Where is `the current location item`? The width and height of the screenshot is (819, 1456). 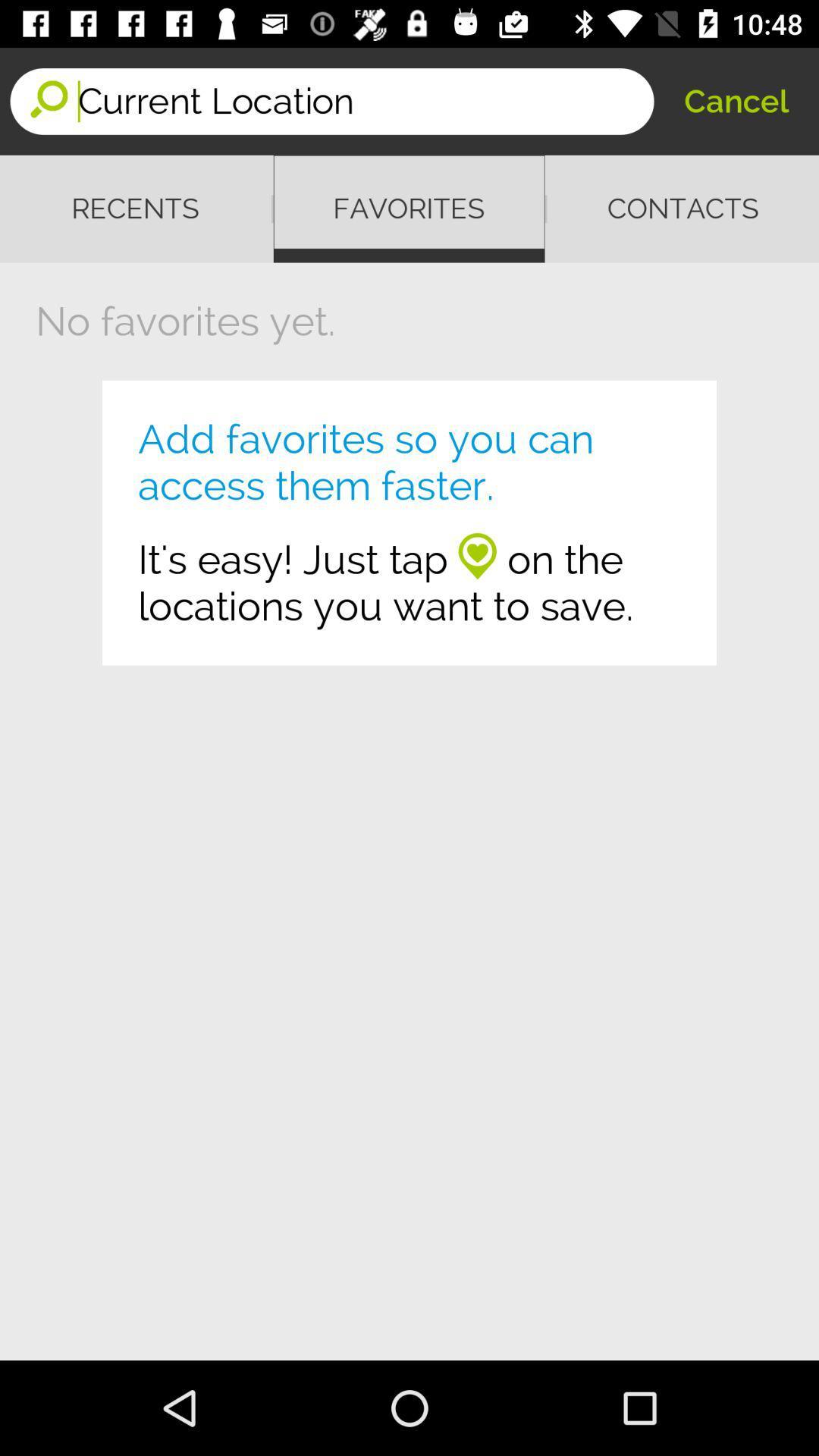 the current location item is located at coordinates (366, 100).